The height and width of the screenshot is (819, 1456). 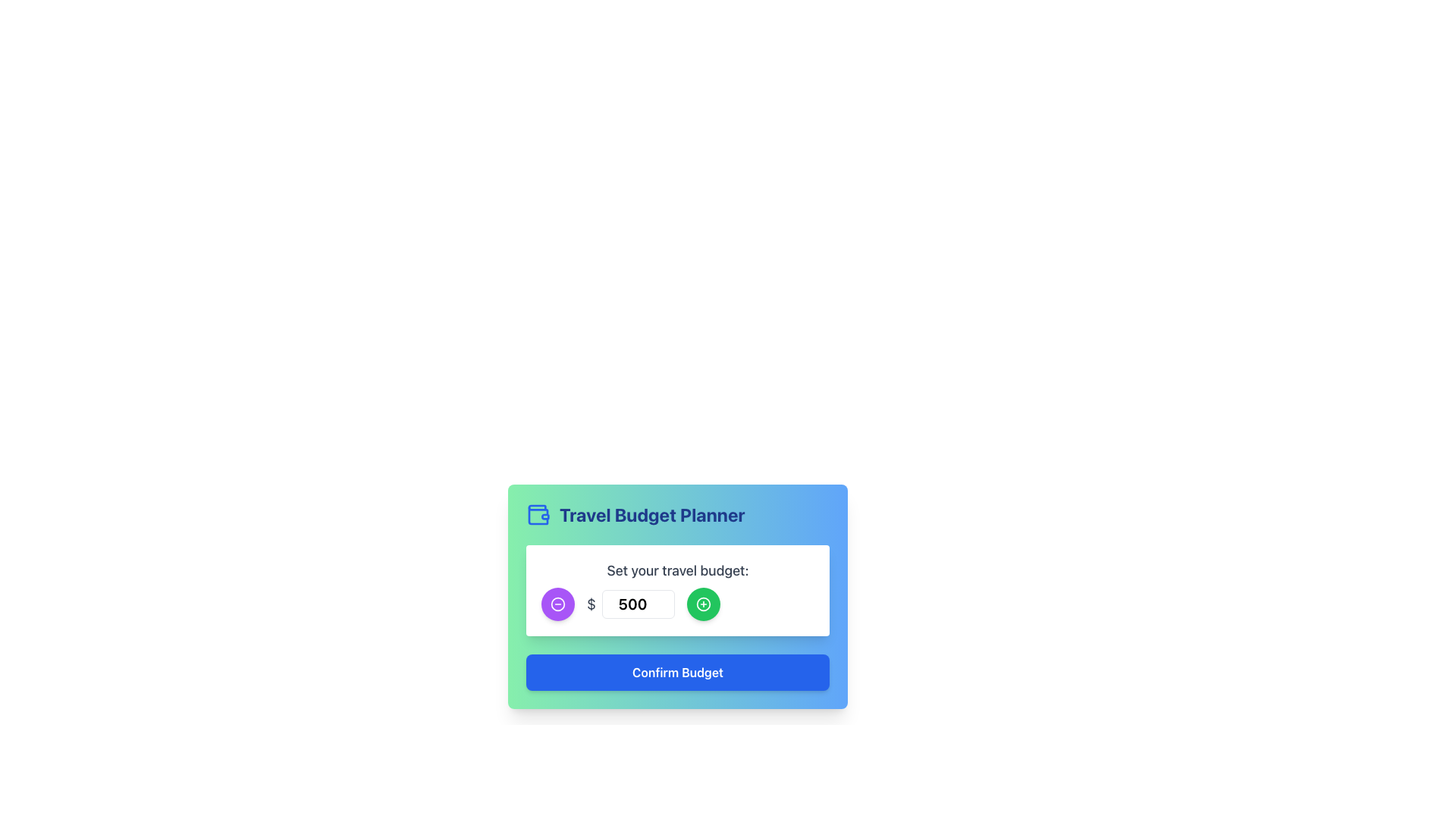 I want to click on the first button in the horizontal row to the left of the numeric input field under the 'Set your travel budget:' section to decrease the value, so click(x=557, y=604).